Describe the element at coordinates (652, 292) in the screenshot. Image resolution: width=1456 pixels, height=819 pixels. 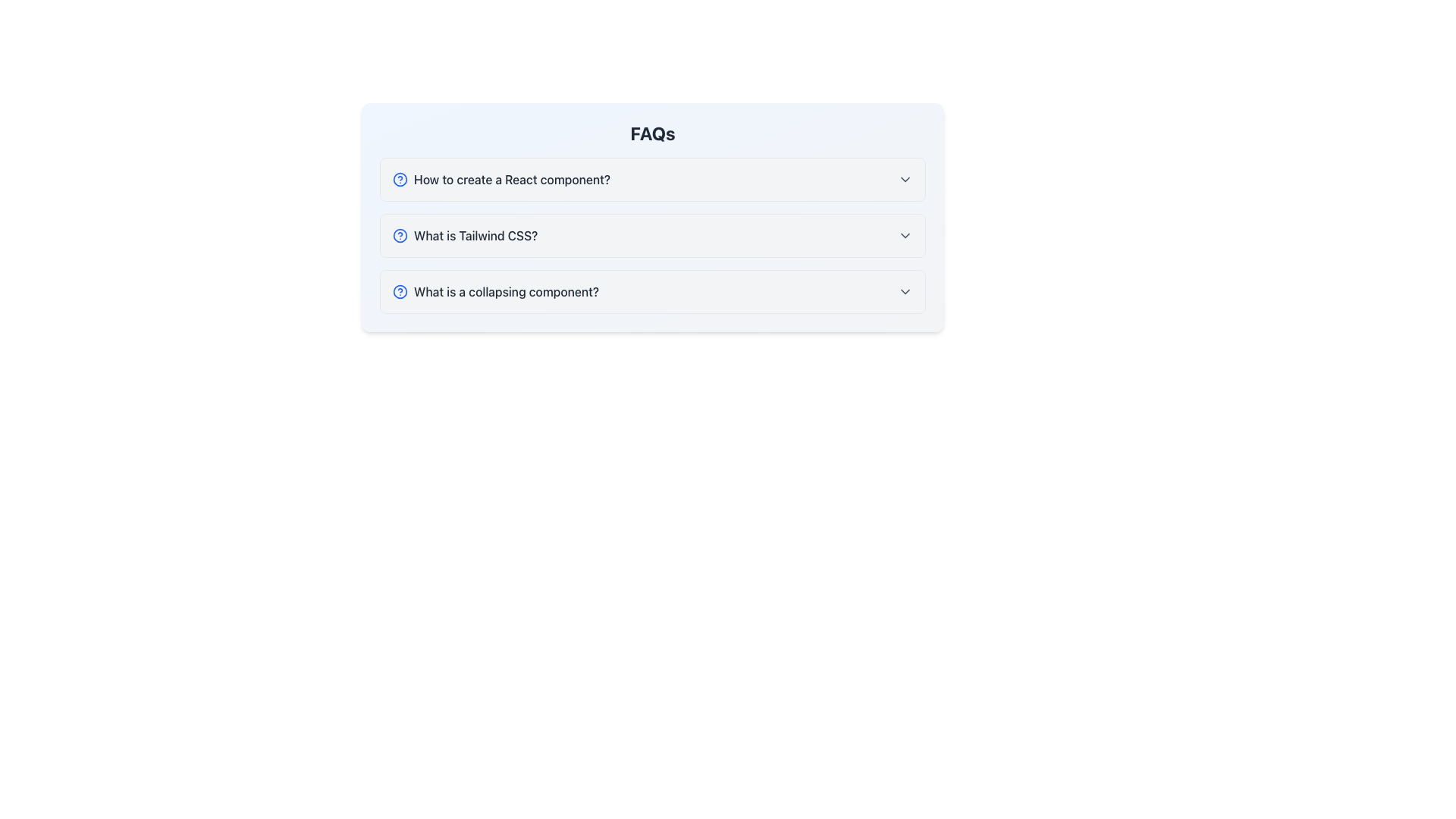
I see `the Collapsible FAQ item labeled 'What is a collapsing component?' to interact with the keyboard` at that location.